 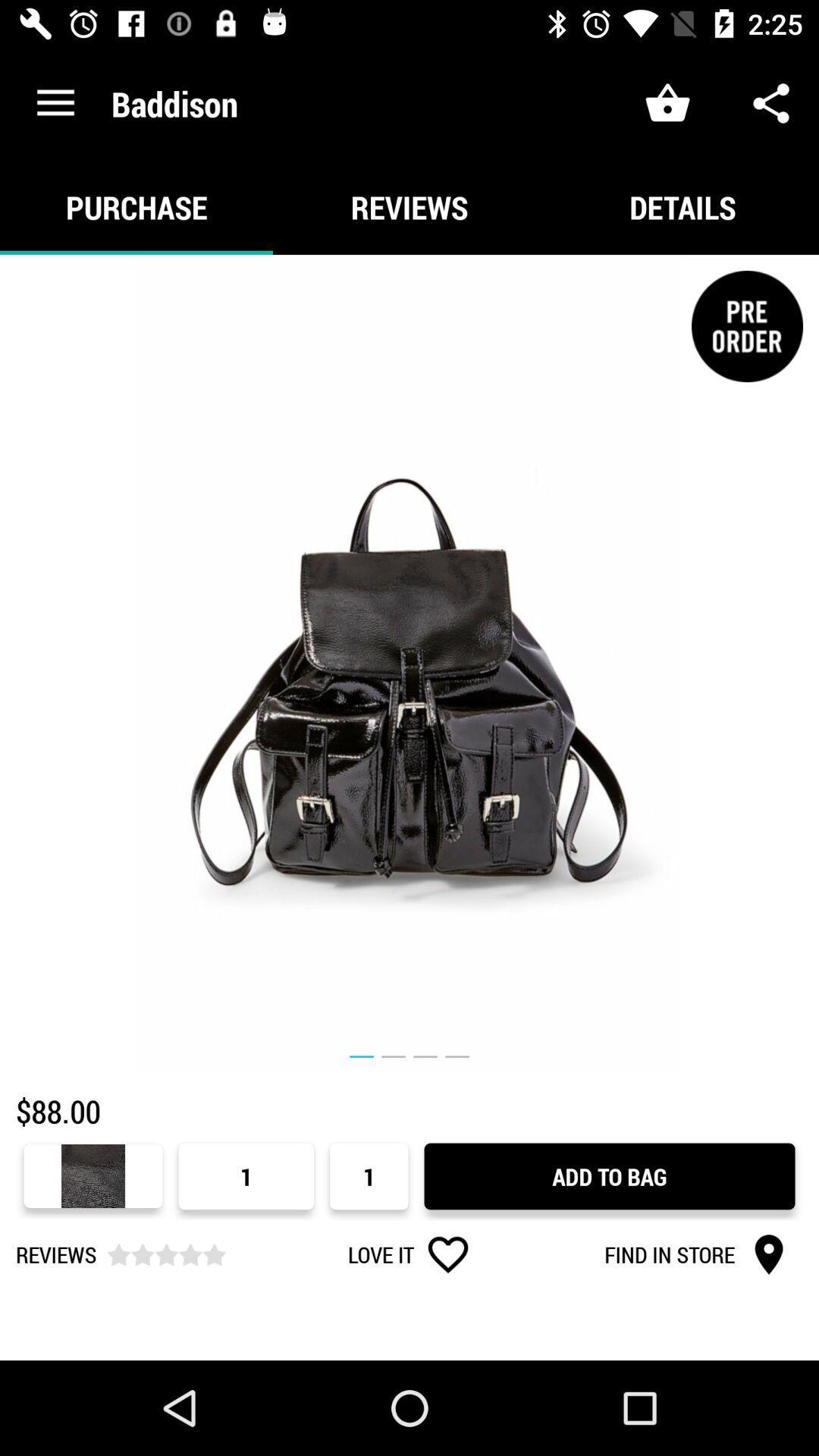 What do you see at coordinates (409, 664) in the screenshot?
I see `icon below the purchase` at bounding box center [409, 664].